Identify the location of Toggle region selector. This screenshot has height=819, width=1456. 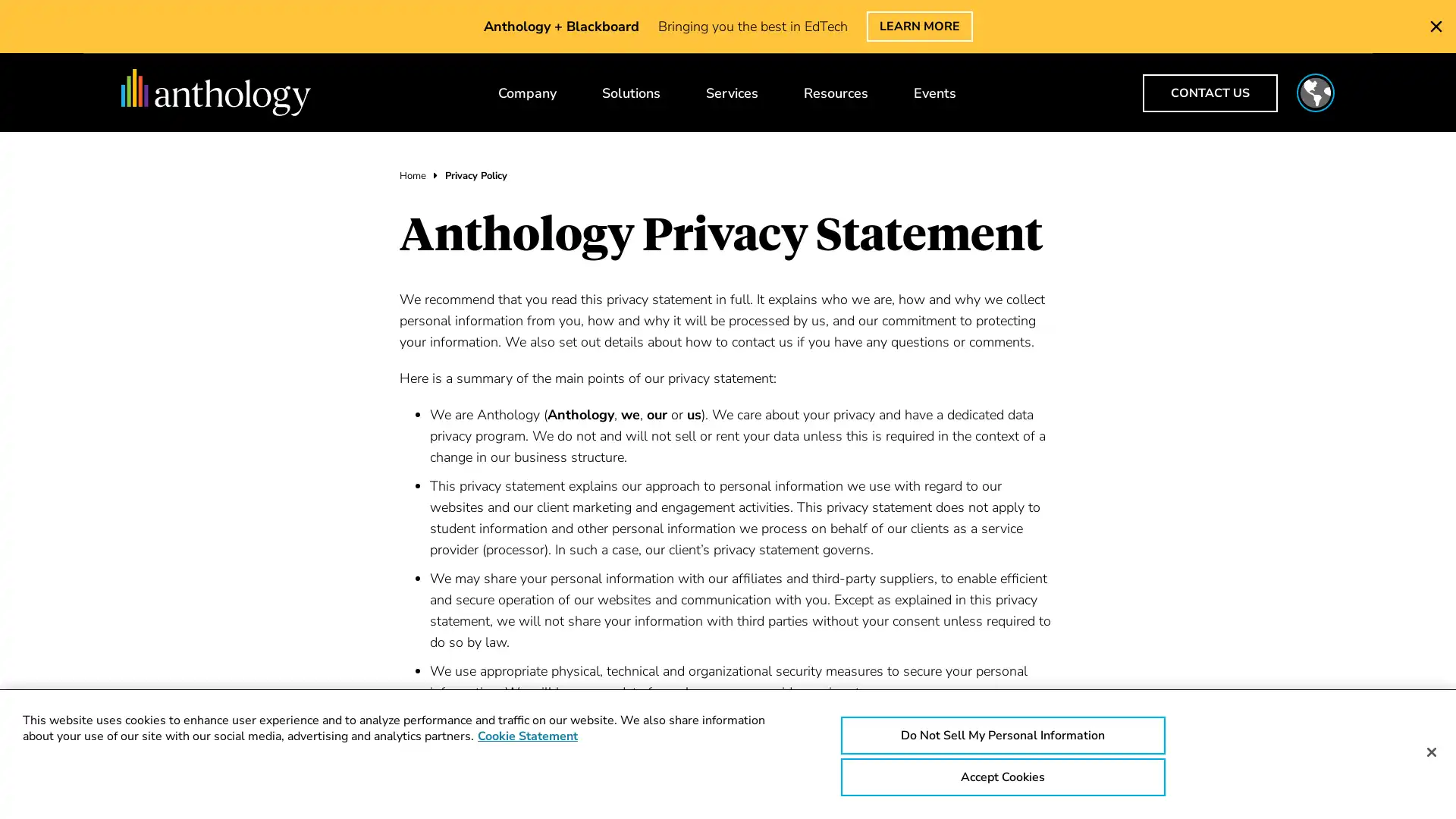
(1314, 93).